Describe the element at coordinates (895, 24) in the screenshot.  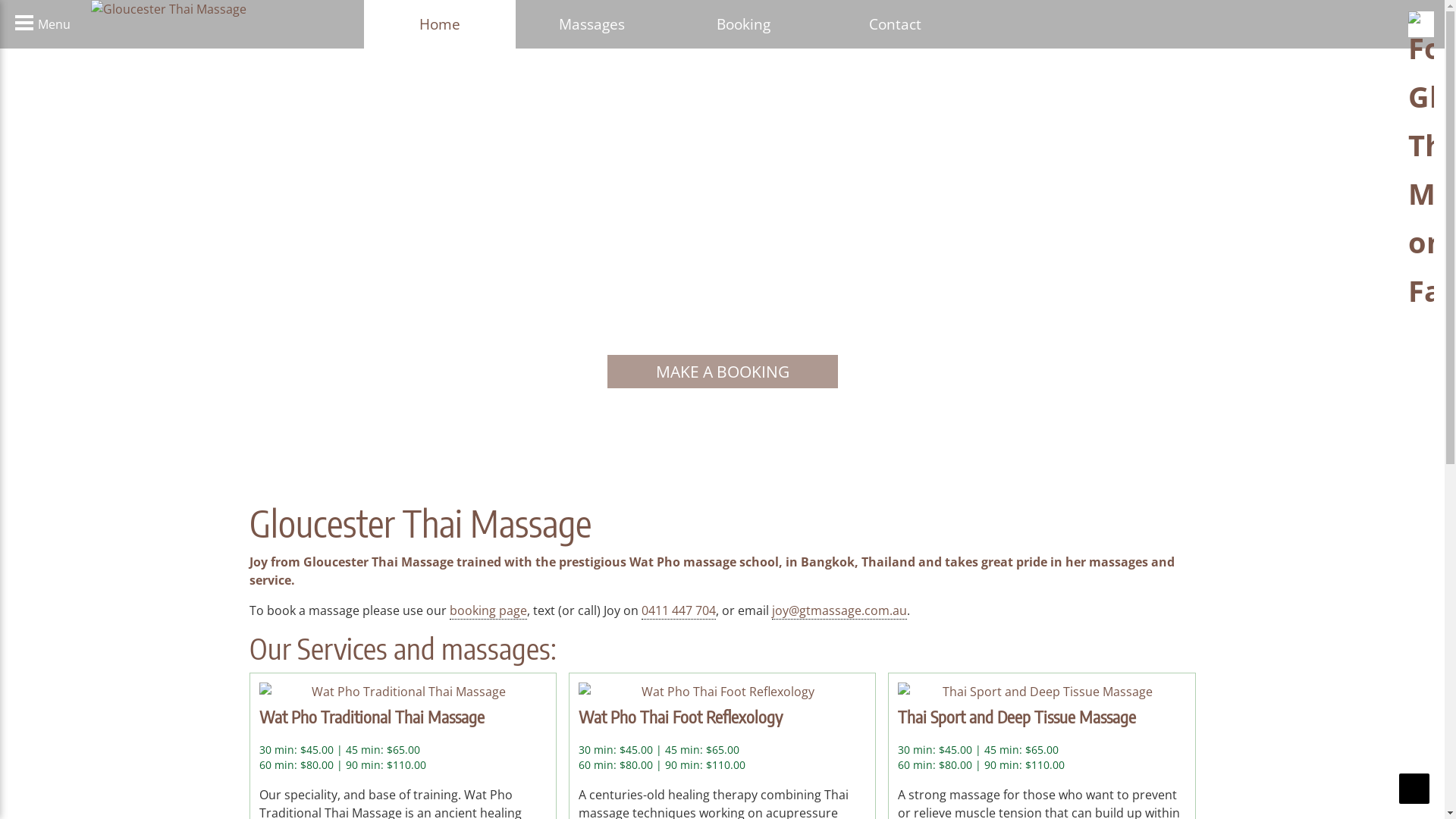
I see `'Contact'` at that location.